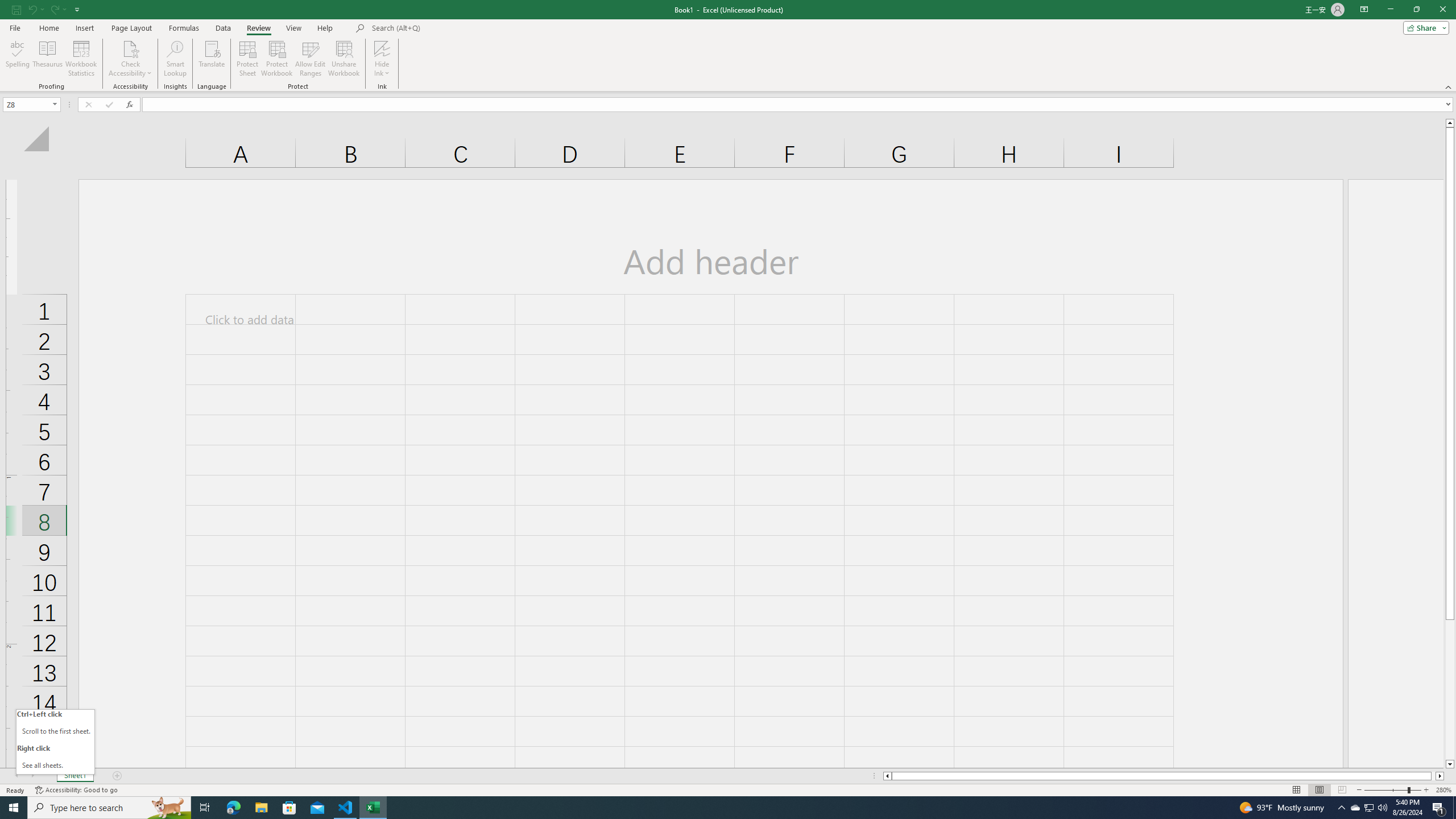 The image size is (1456, 819). What do you see at coordinates (1416, 9) in the screenshot?
I see `'Restore Down'` at bounding box center [1416, 9].